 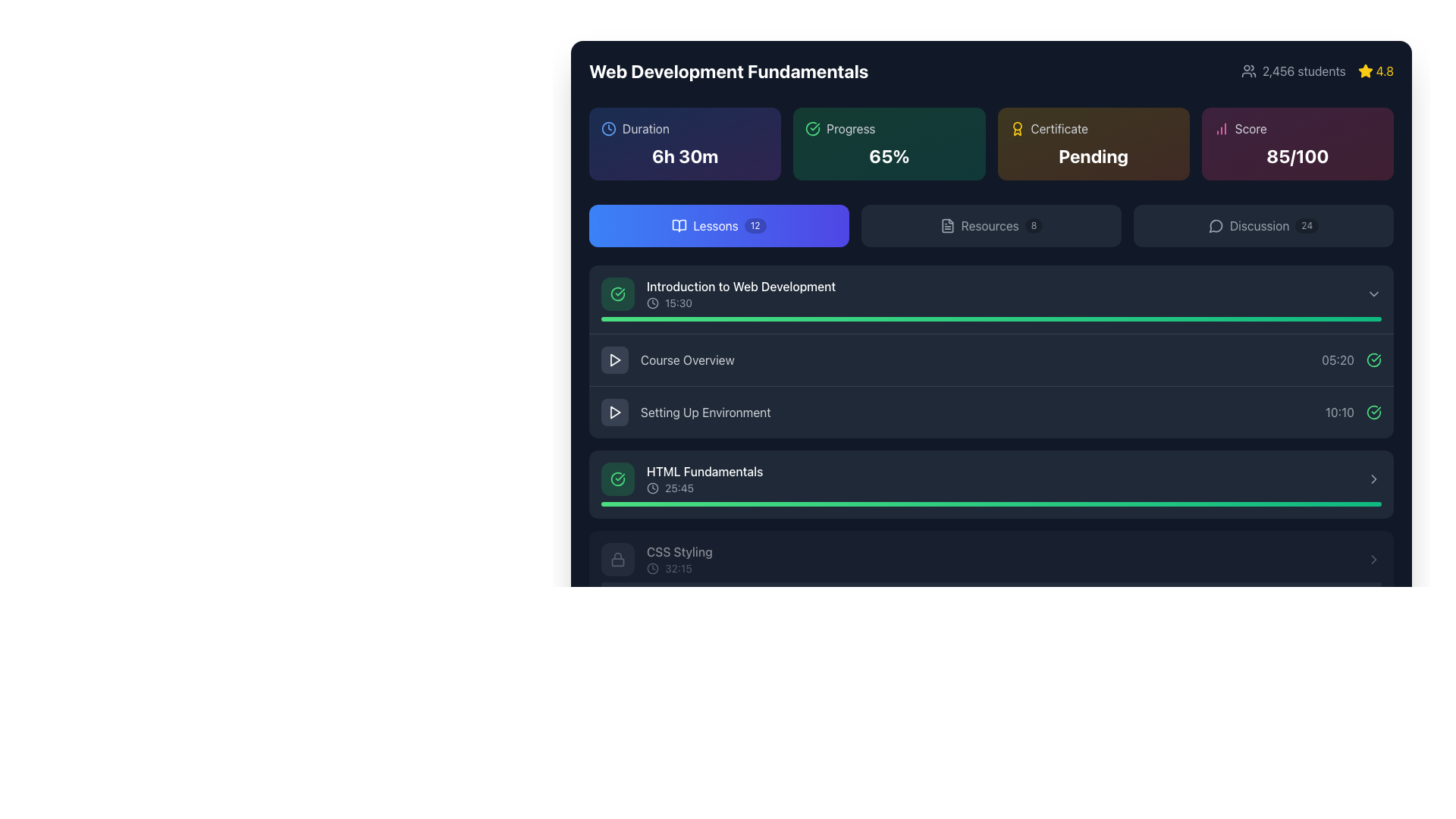 I want to click on the Text label that describes the numerical value displayed below it, which represents a score or rating, located in the header section to the right of the chart icon and above '85/100', so click(x=1250, y=127).